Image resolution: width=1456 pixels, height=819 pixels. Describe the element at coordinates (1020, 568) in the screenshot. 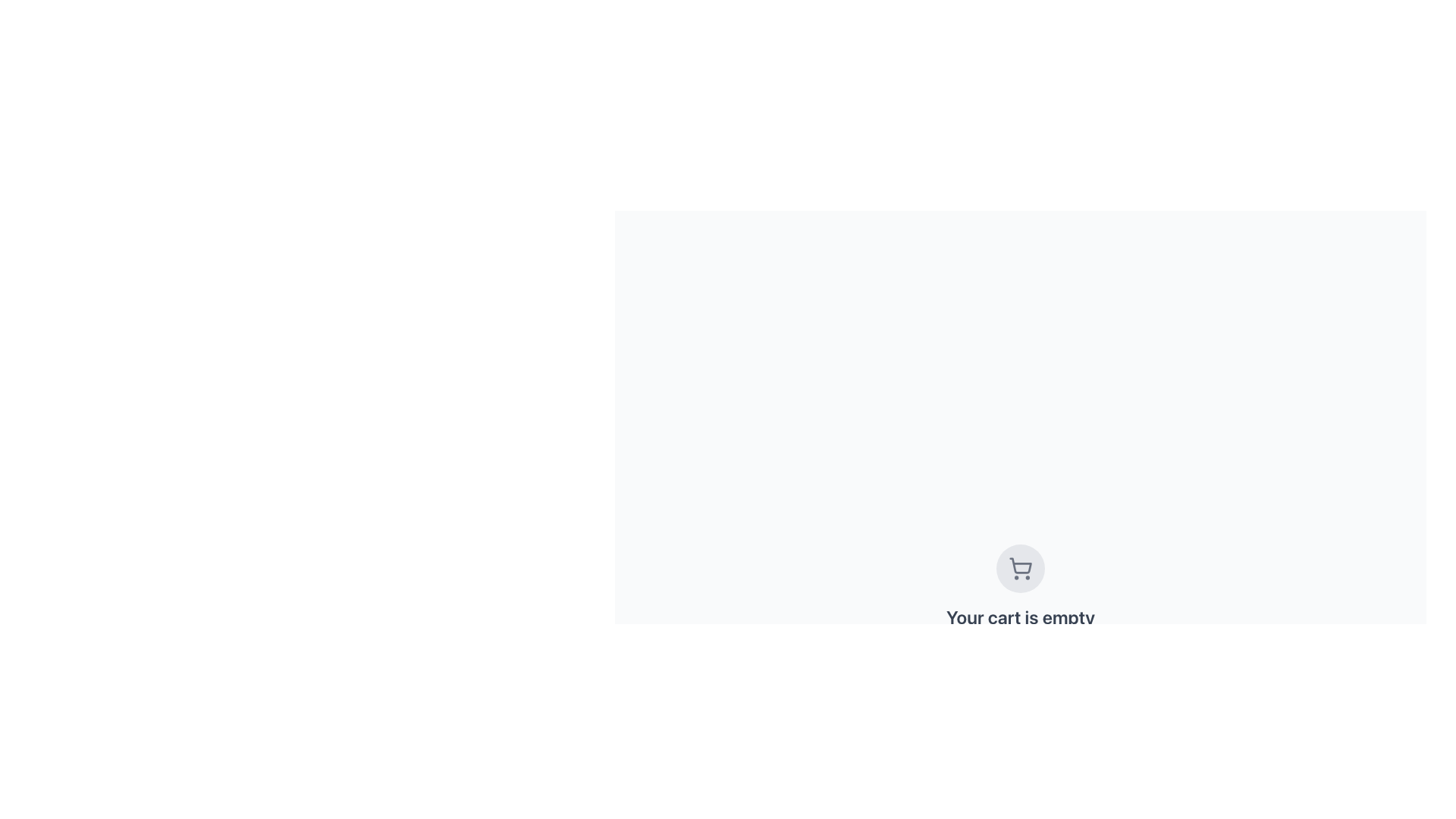

I see `the shopping cart icon, which is a decorative element located centrally above the text 'Your cart is empty'` at that location.